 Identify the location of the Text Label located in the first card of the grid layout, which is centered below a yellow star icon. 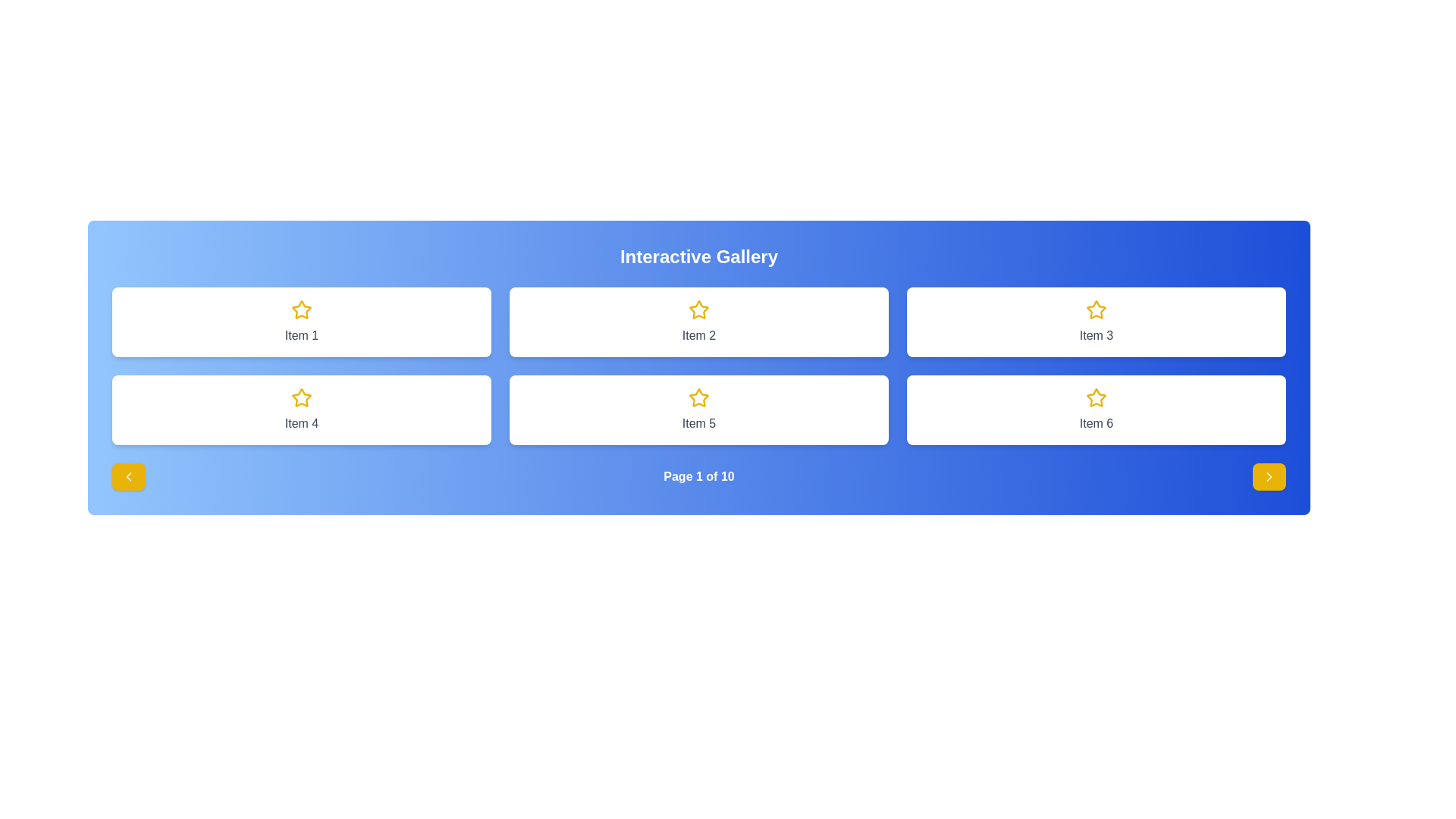
(302, 335).